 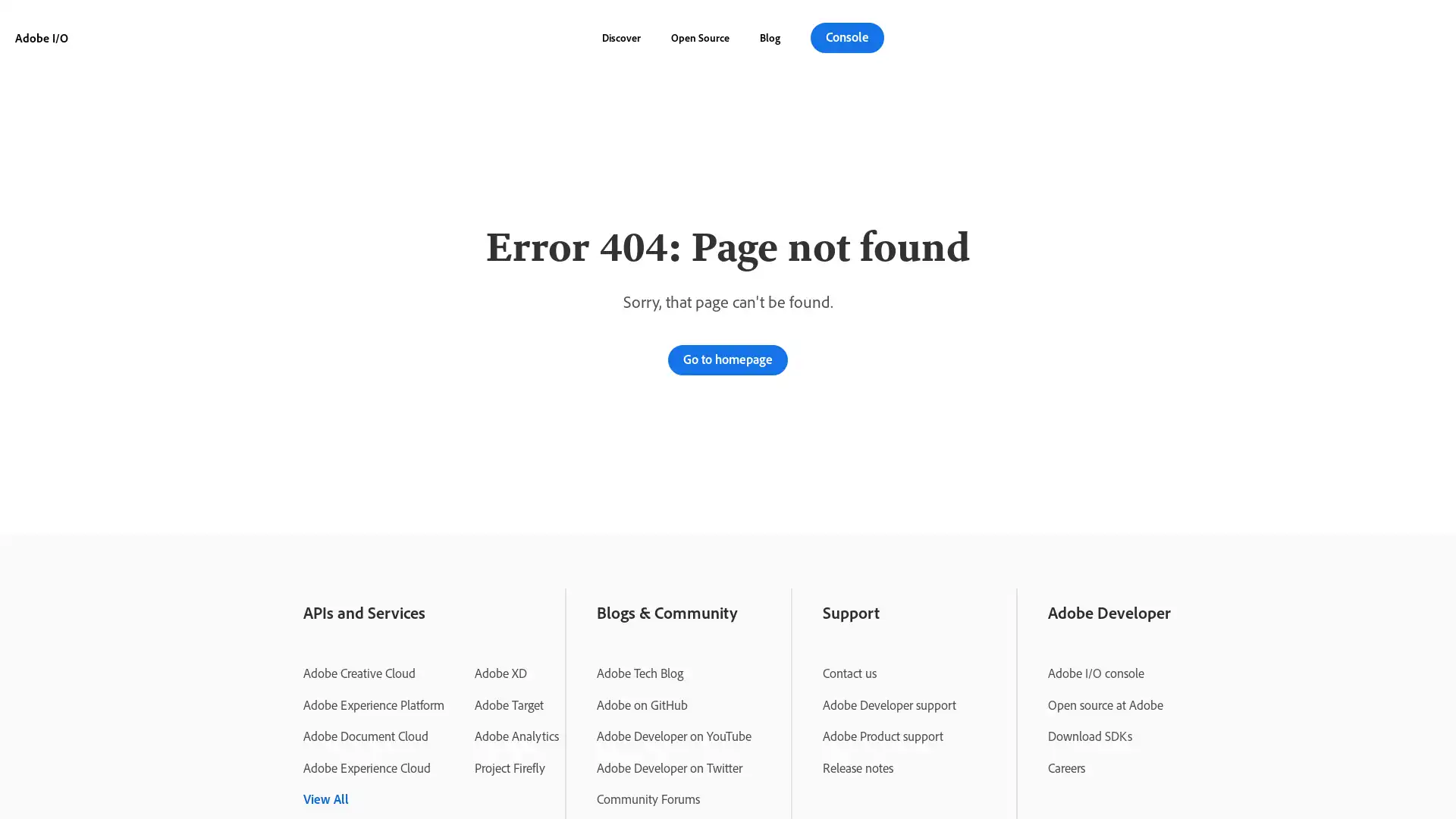 I want to click on Go to homepage, so click(x=728, y=359).